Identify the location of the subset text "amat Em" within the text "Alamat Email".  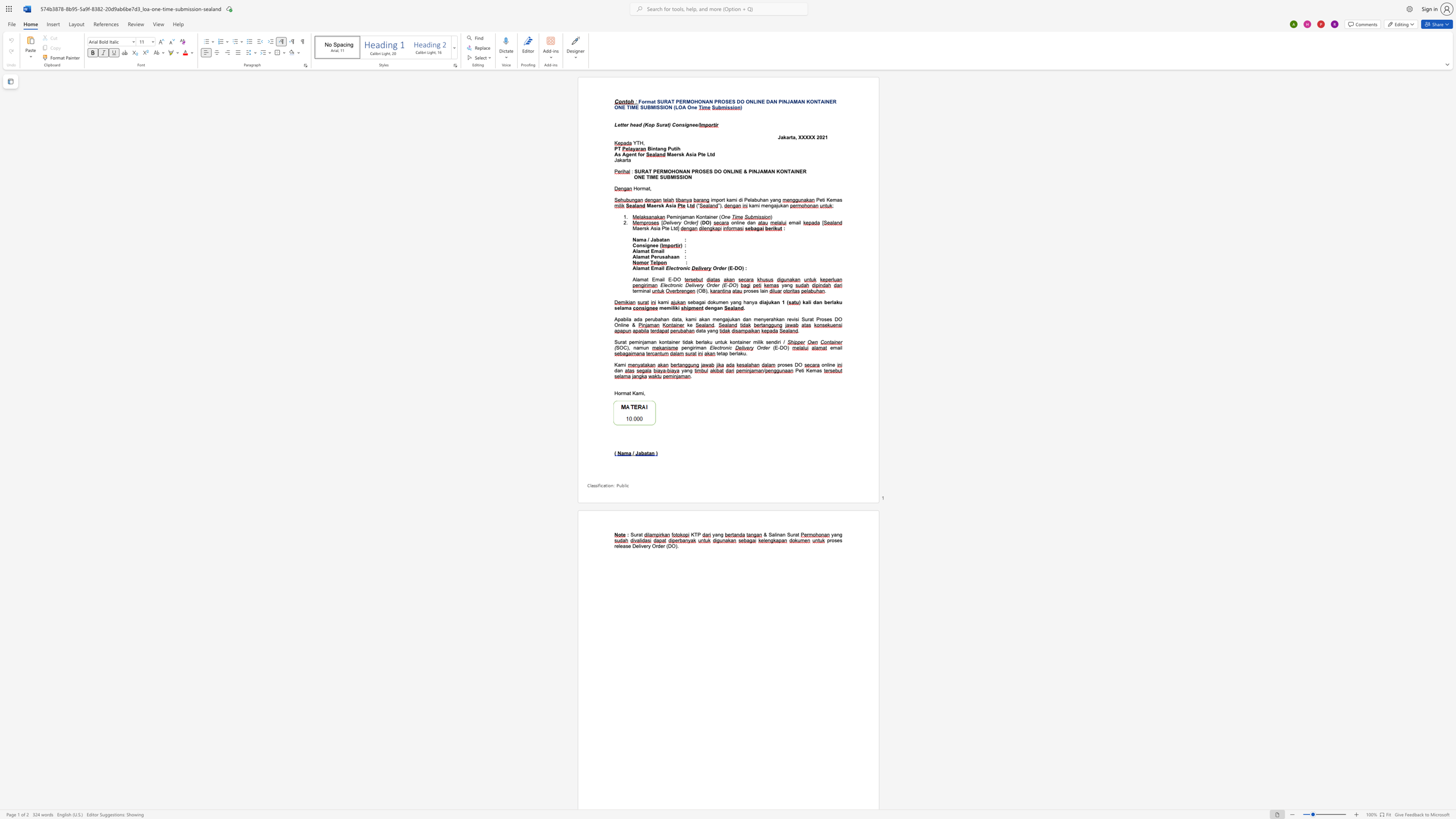
(637, 268).